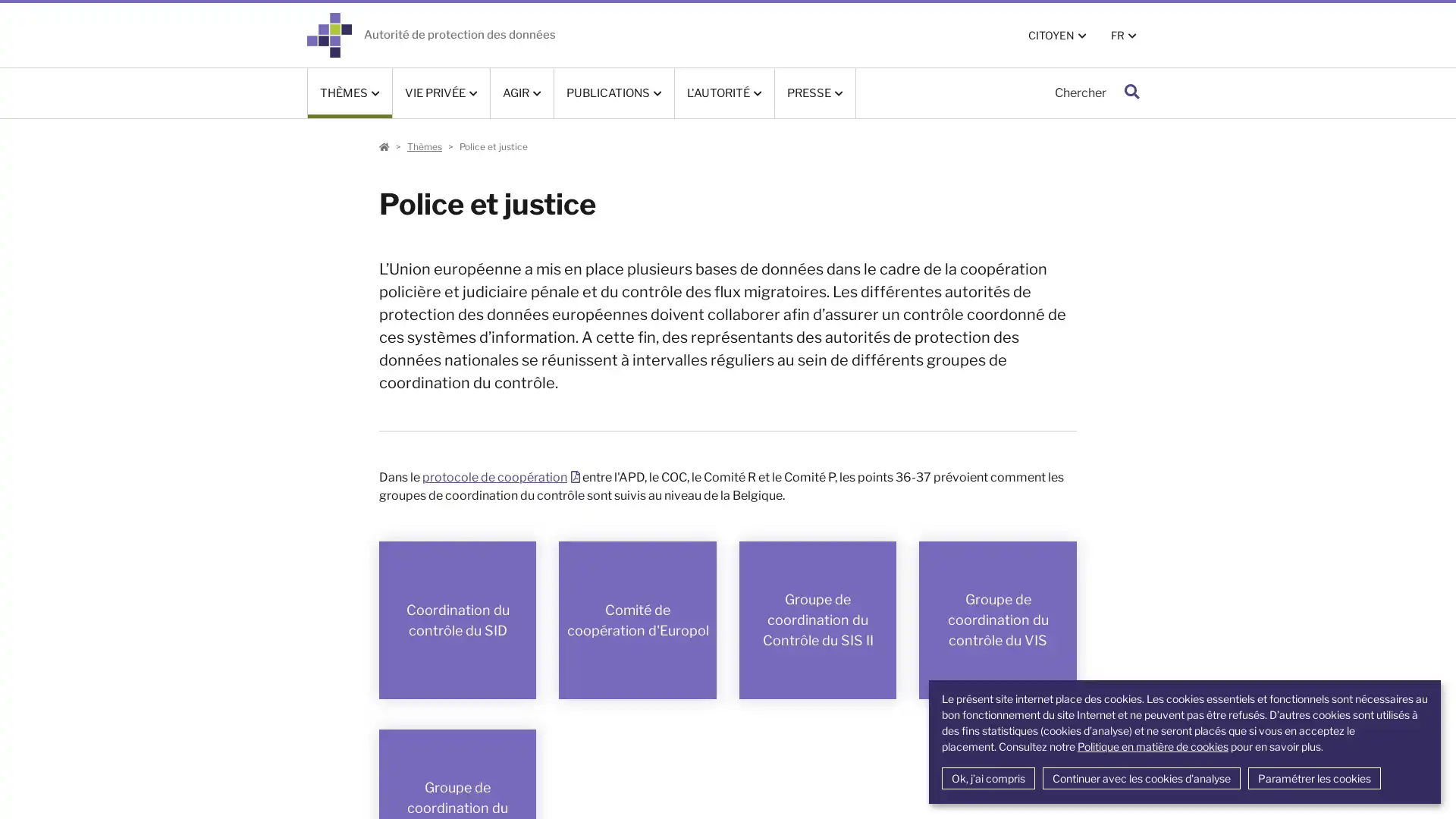 The image size is (1456, 819). What do you see at coordinates (1131, 93) in the screenshot?
I see `Rechercher` at bounding box center [1131, 93].